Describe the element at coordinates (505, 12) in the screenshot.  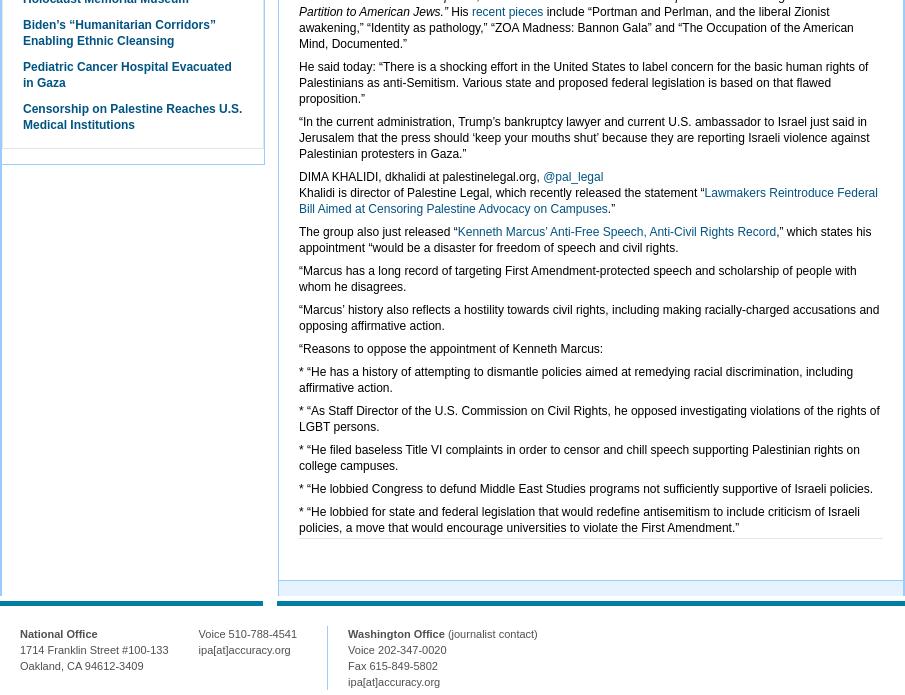
I see `'recent pieces'` at that location.